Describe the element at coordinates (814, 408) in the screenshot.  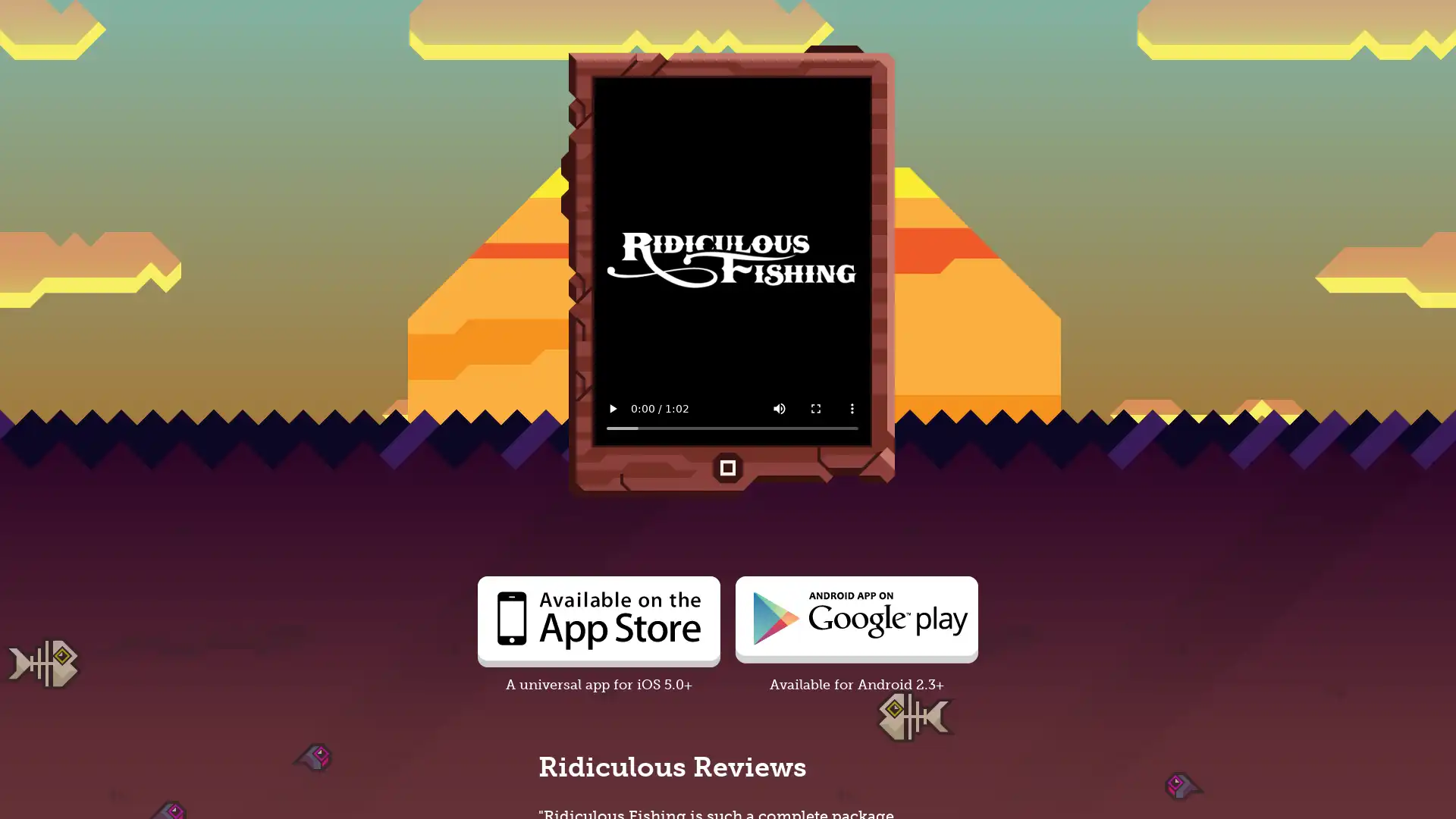
I see `enter full screen` at that location.